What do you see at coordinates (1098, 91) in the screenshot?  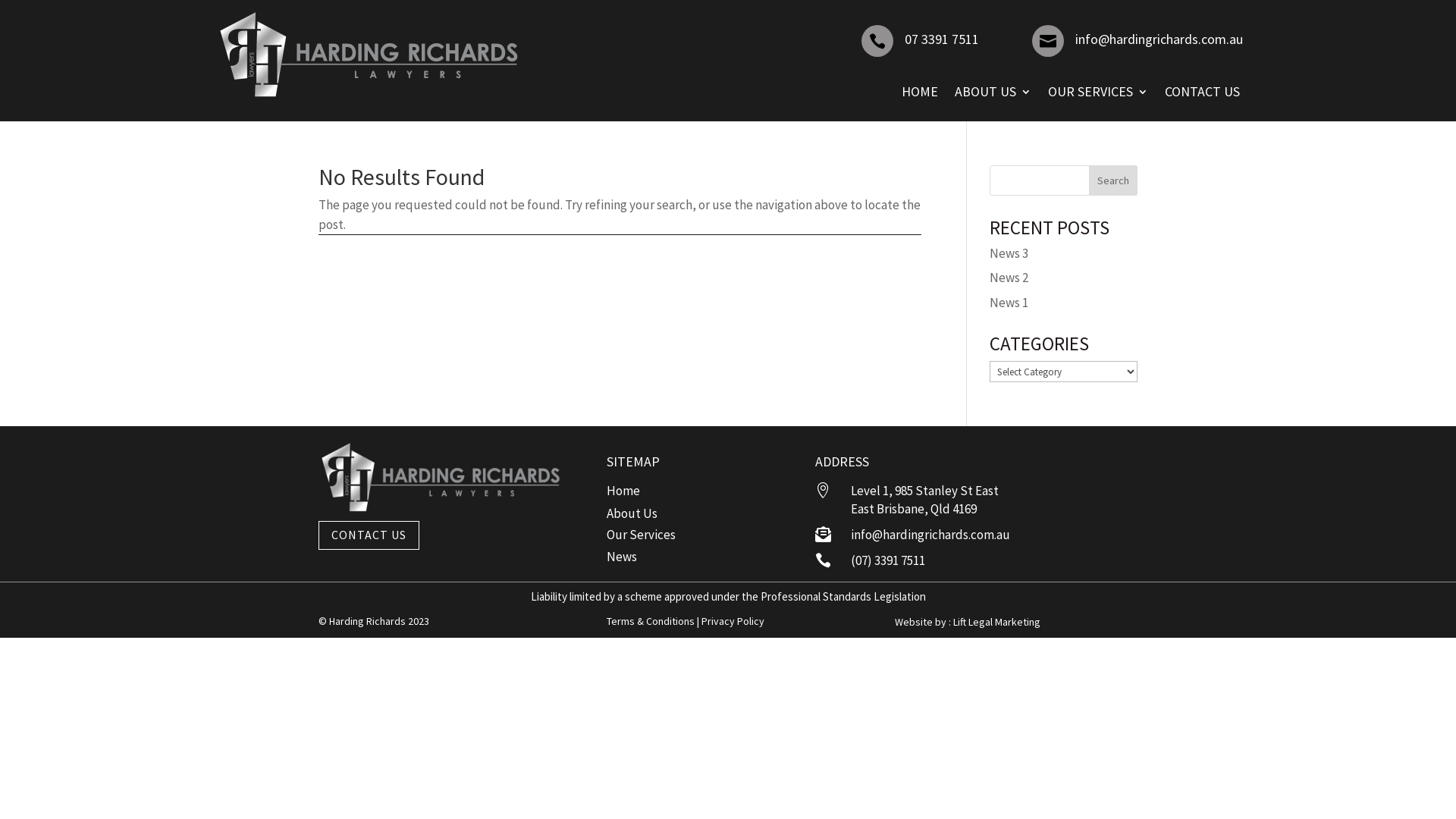 I see `'OUR SERVICES'` at bounding box center [1098, 91].